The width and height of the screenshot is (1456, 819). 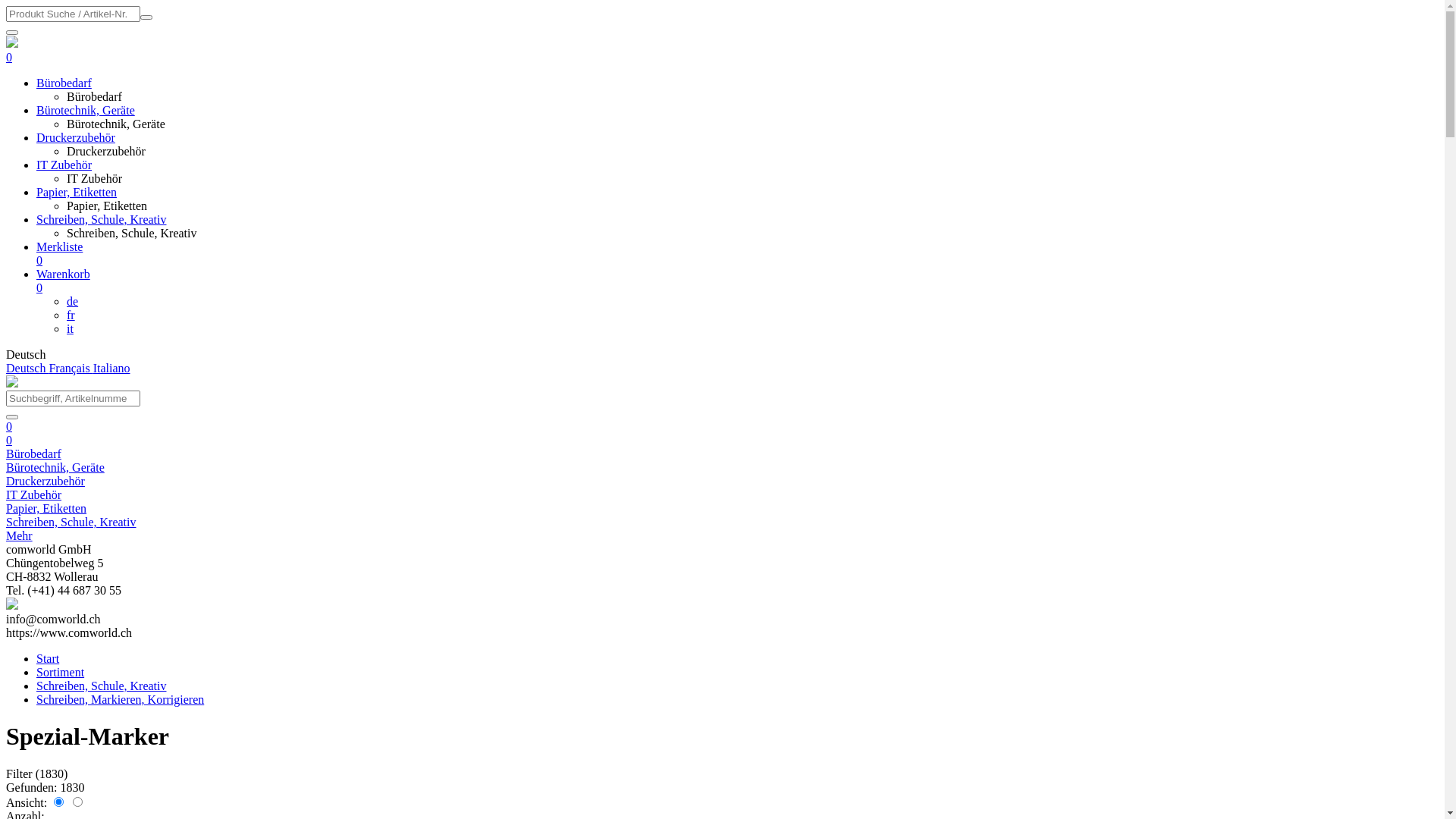 What do you see at coordinates (119, 699) in the screenshot?
I see `'Schreiben, Markieren, Korrigieren'` at bounding box center [119, 699].